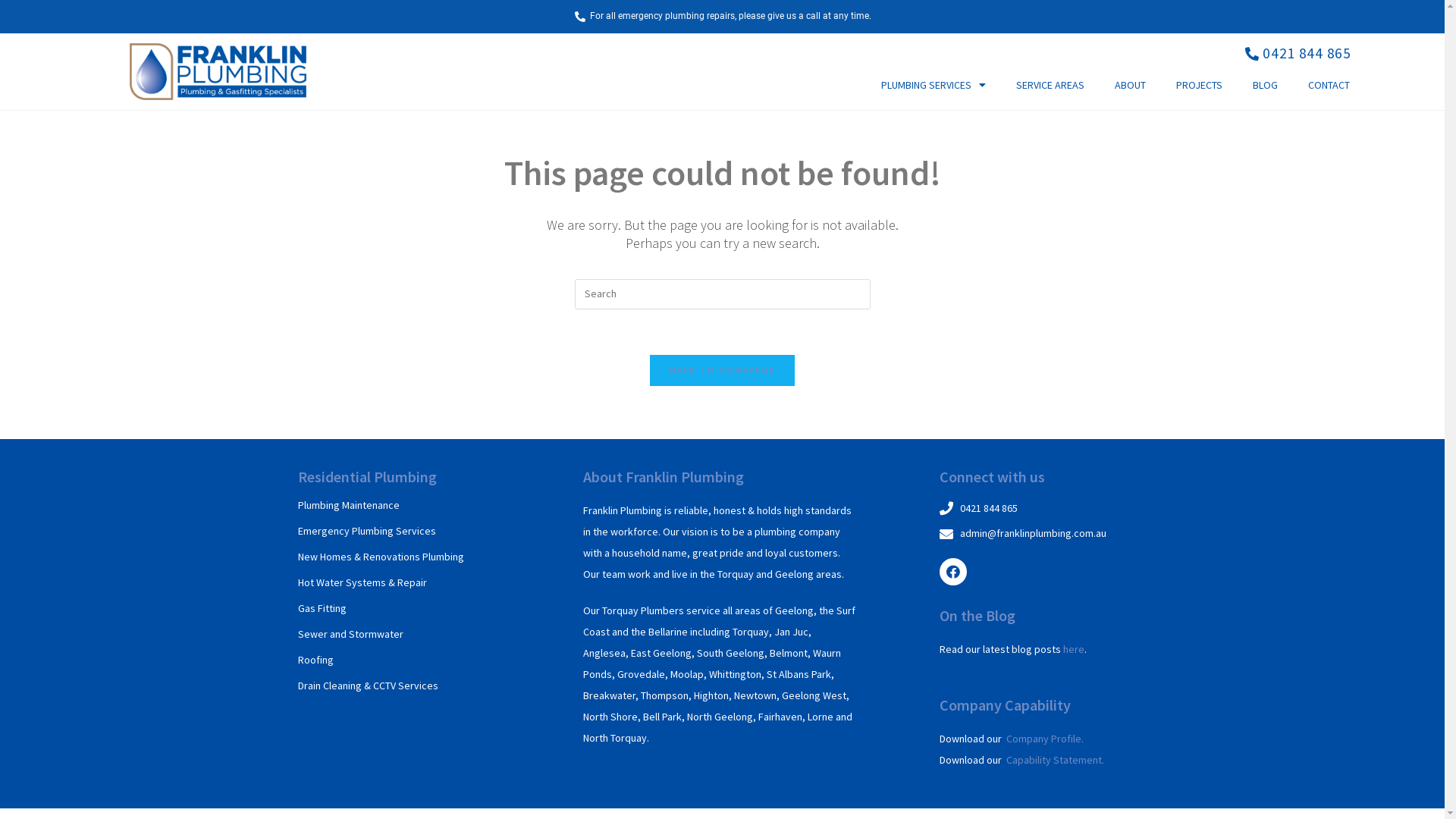 The width and height of the screenshot is (1456, 819). Describe the element at coordinates (1050, 84) in the screenshot. I see `'SERVICE AREAS'` at that location.